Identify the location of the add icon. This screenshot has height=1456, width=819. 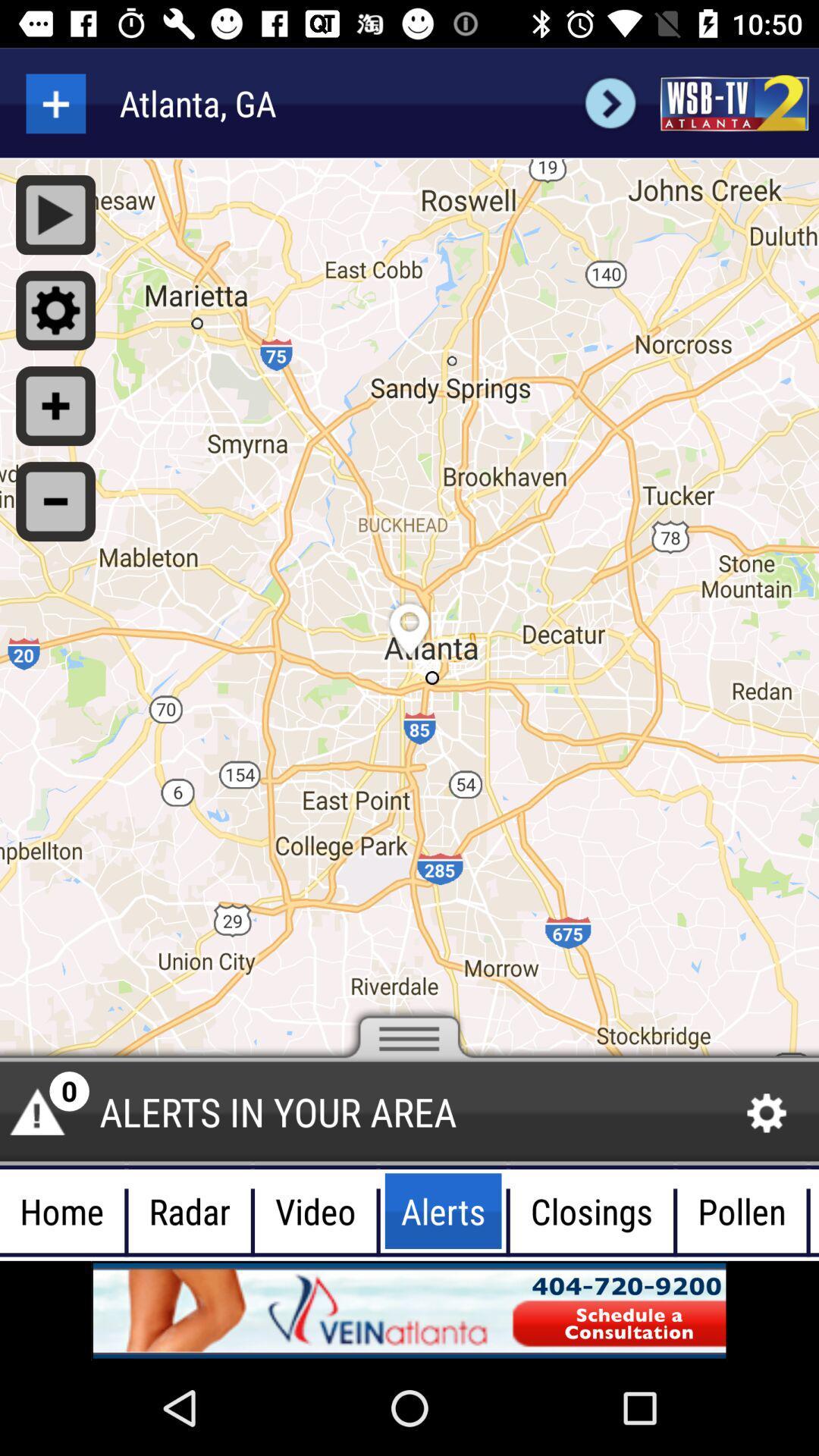
(55, 102).